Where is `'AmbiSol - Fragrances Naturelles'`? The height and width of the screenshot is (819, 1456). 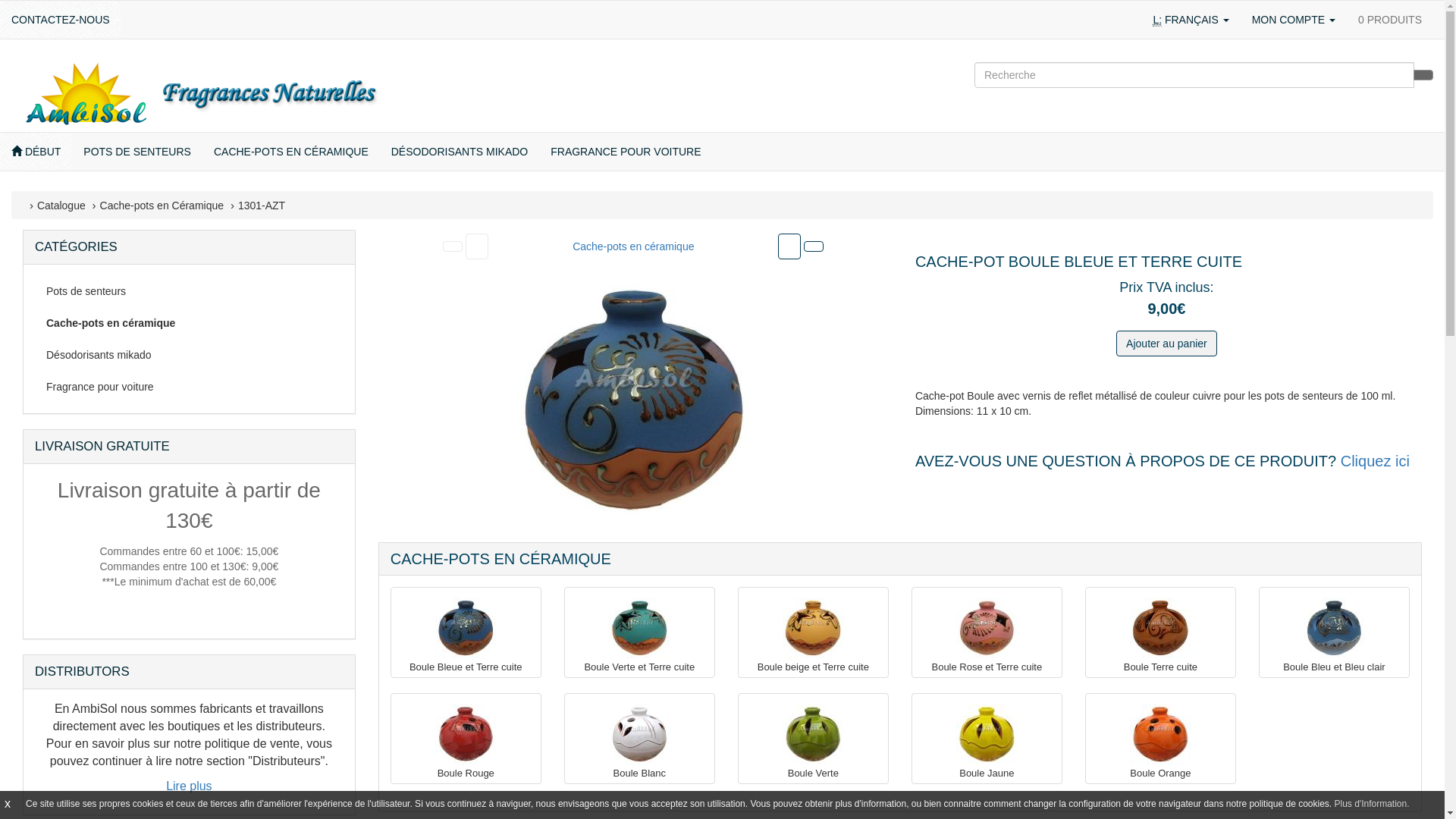 'AmbiSol - Fragrances Naturelles' is located at coordinates (199, 93).